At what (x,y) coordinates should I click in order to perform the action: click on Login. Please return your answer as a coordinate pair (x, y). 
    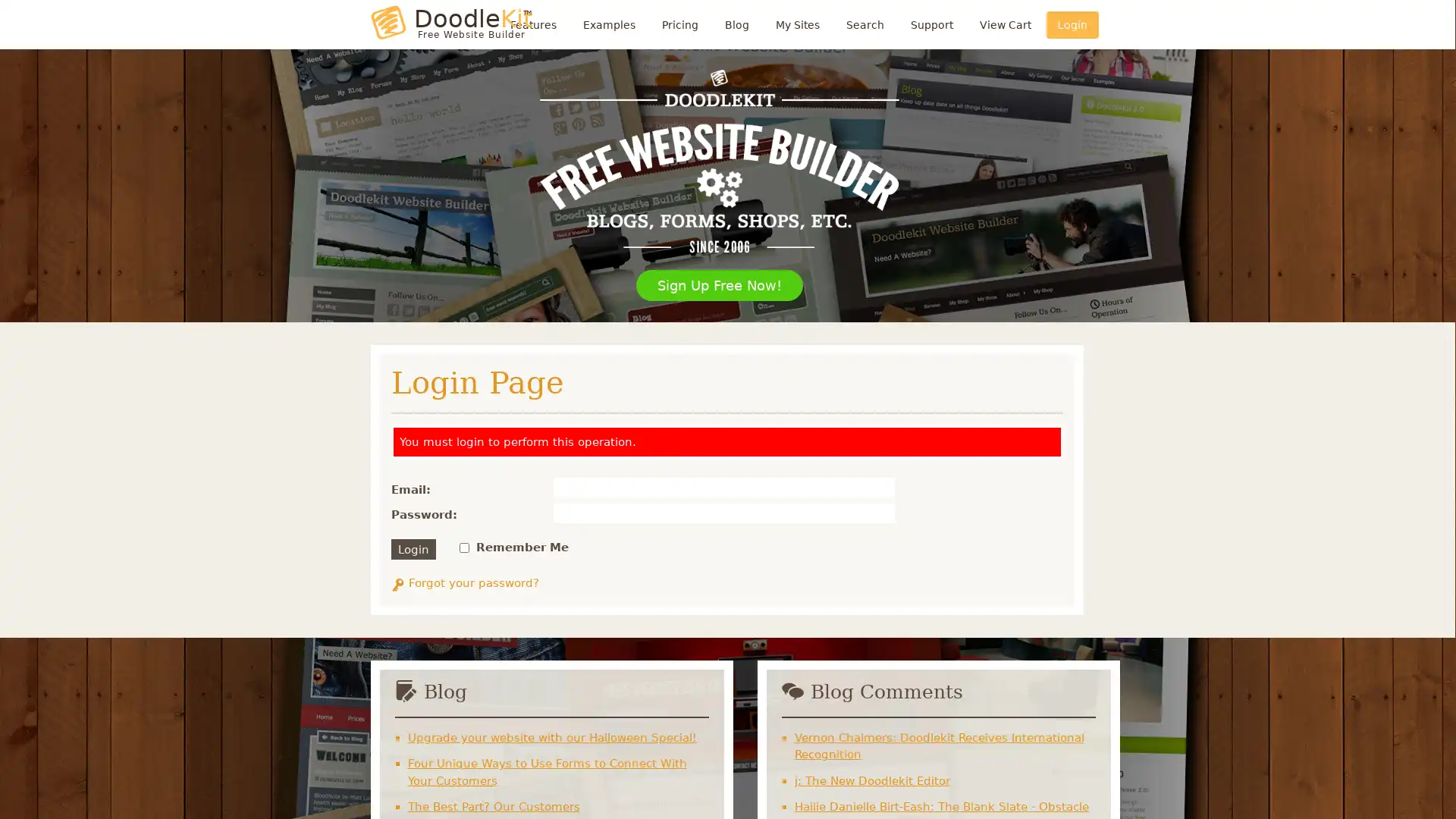
    Looking at the image, I should click on (413, 549).